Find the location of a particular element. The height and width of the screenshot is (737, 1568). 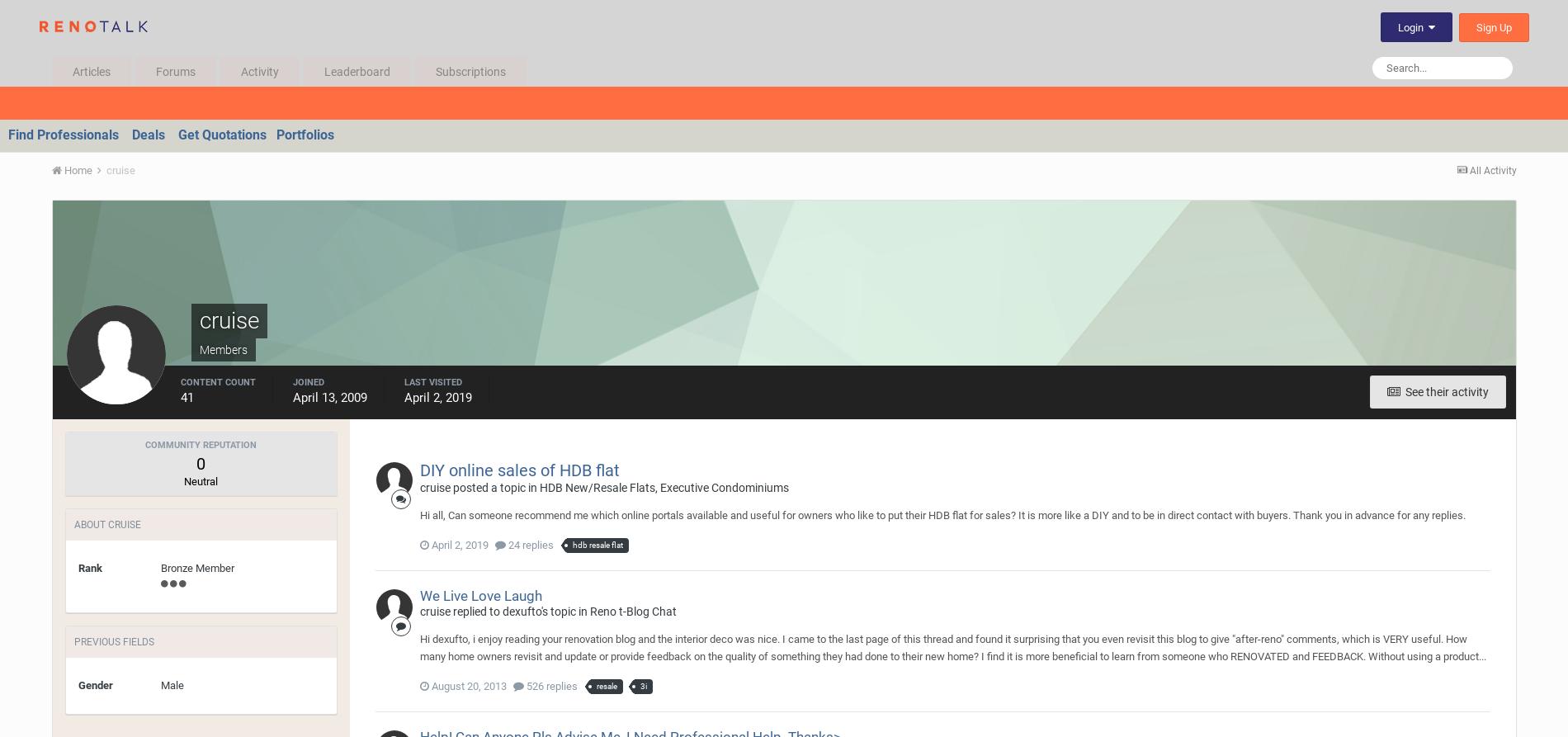

'hdb resale flat' is located at coordinates (596, 545).